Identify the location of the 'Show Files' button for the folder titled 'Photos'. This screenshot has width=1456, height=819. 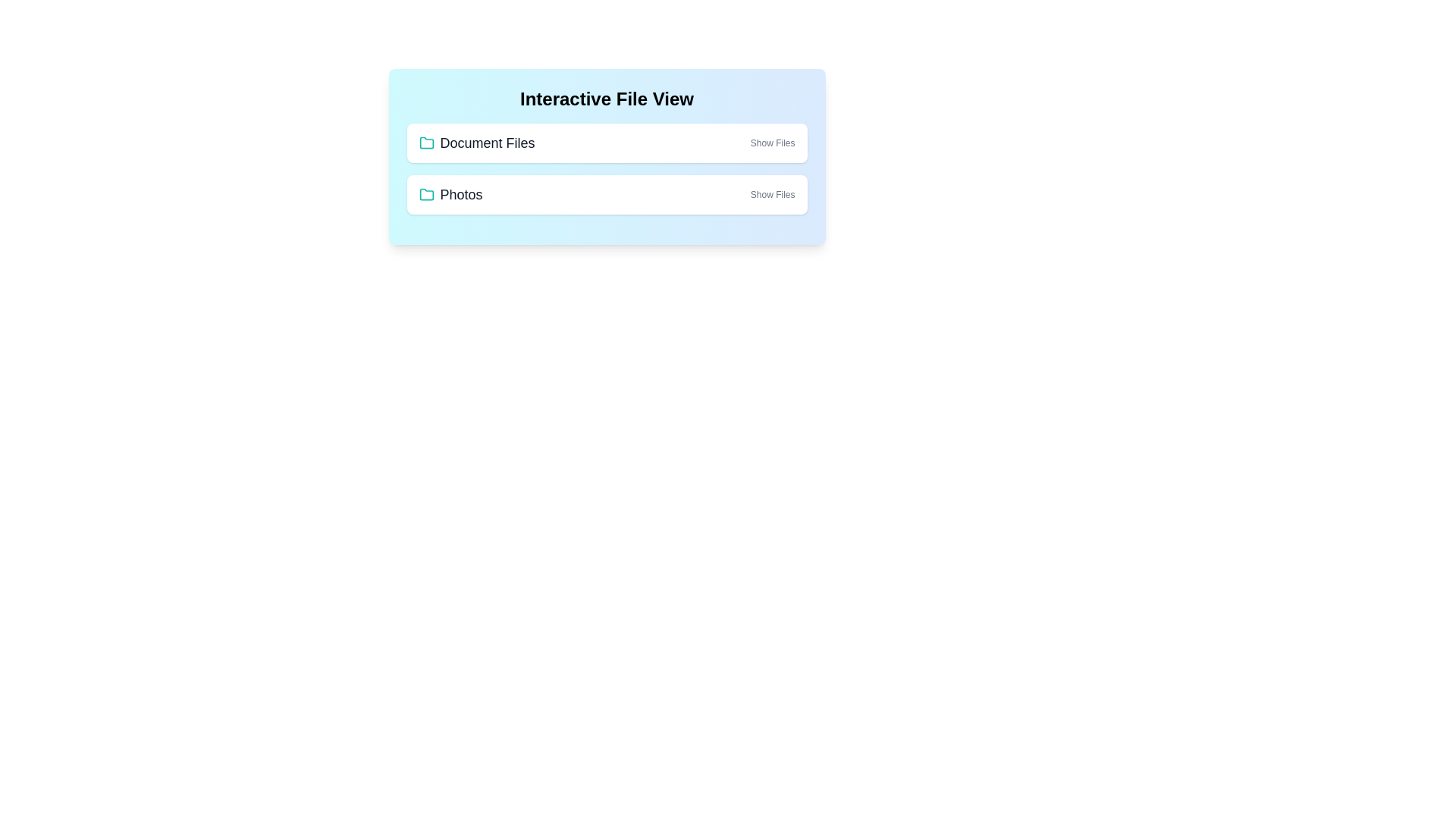
(772, 194).